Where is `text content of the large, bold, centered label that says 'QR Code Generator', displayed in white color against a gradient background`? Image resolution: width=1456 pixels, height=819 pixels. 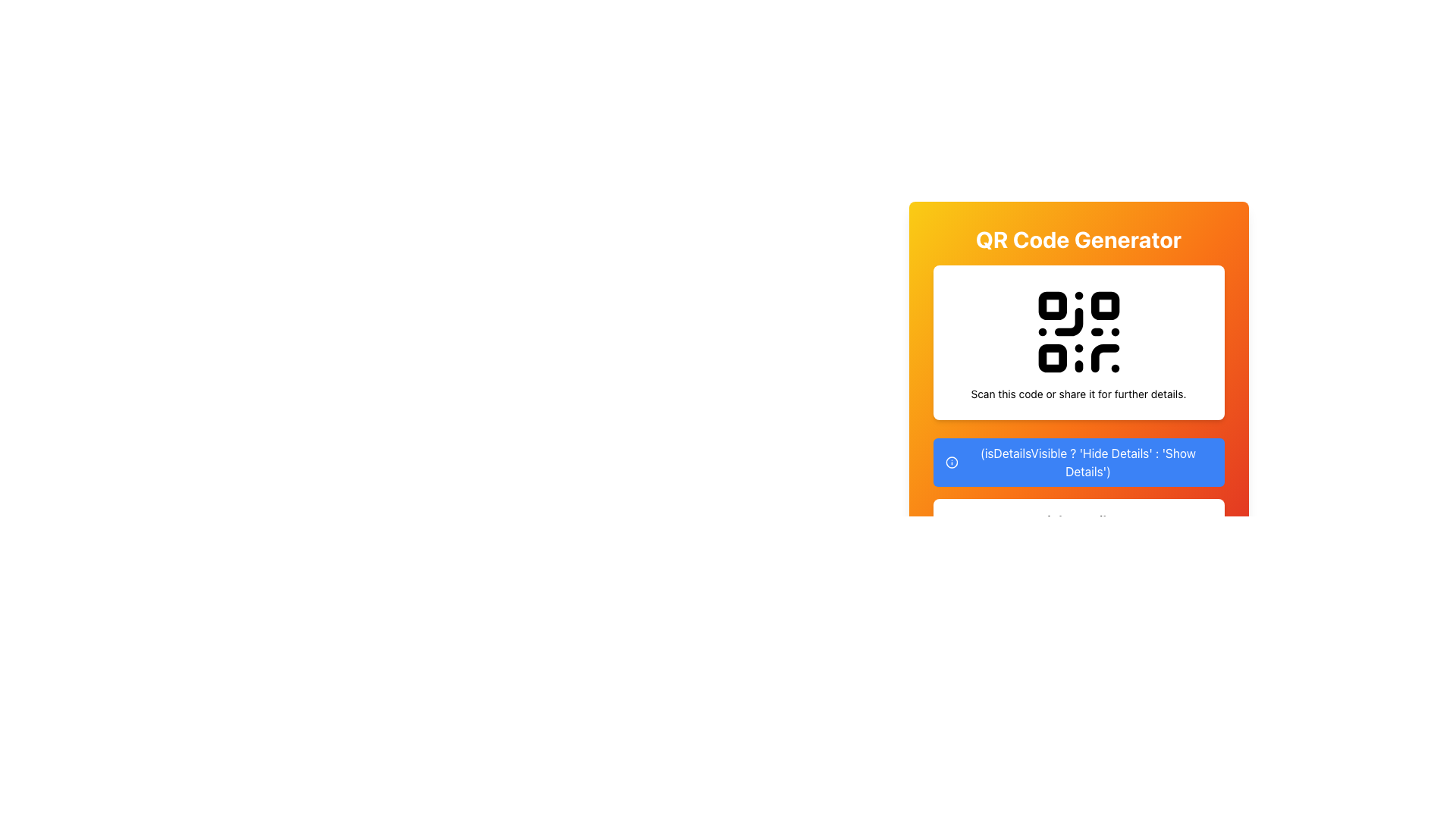
text content of the large, bold, centered label that says 'QR Code Generator', displayed in white color against a gradient background is located at coordinates (1078, 239).